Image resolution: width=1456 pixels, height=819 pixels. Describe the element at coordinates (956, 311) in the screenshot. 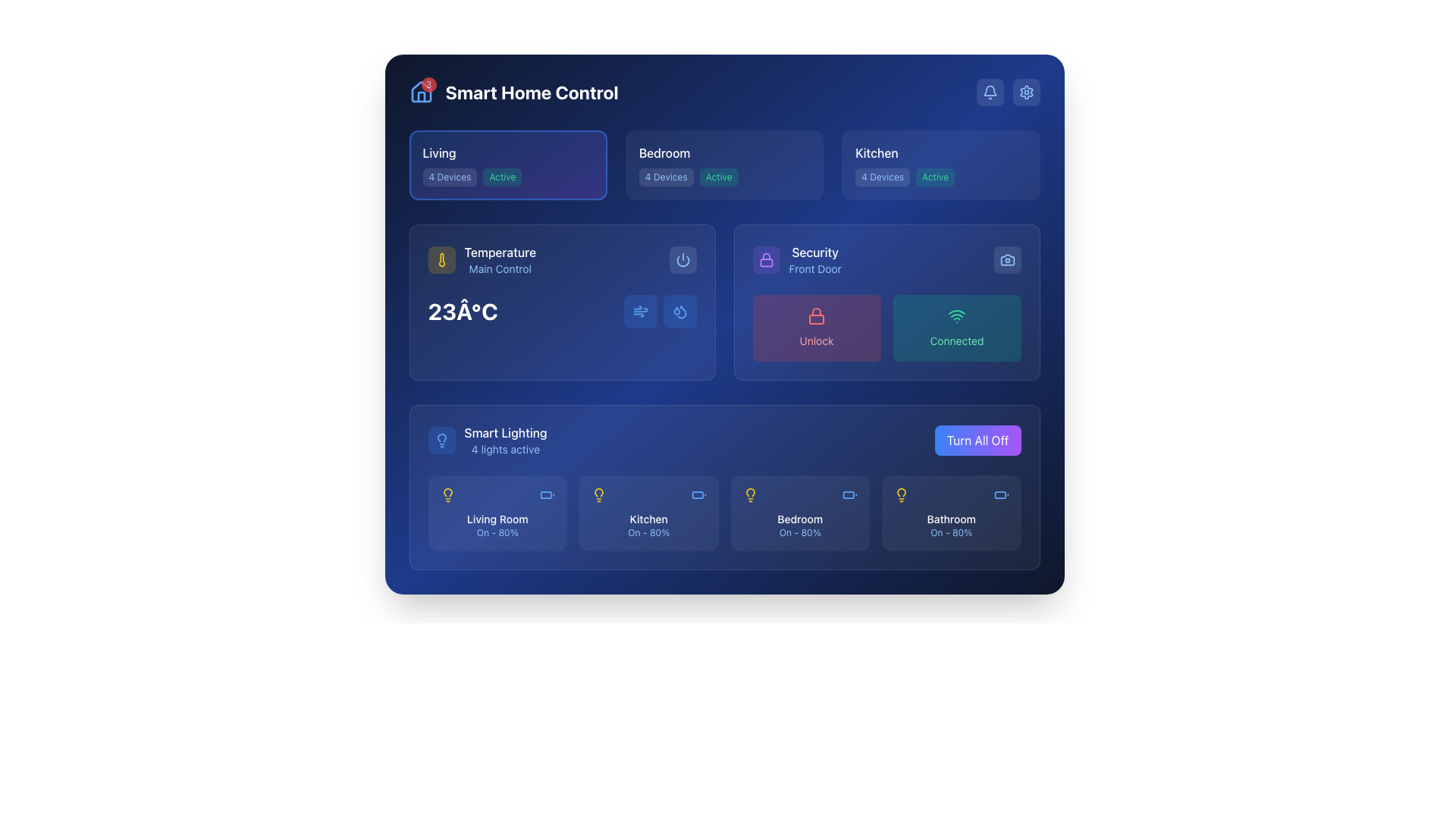

I see `the second arc of the Wi-Fi icon, which visually represents a connection or signal in the security control area of the interface` at that location.